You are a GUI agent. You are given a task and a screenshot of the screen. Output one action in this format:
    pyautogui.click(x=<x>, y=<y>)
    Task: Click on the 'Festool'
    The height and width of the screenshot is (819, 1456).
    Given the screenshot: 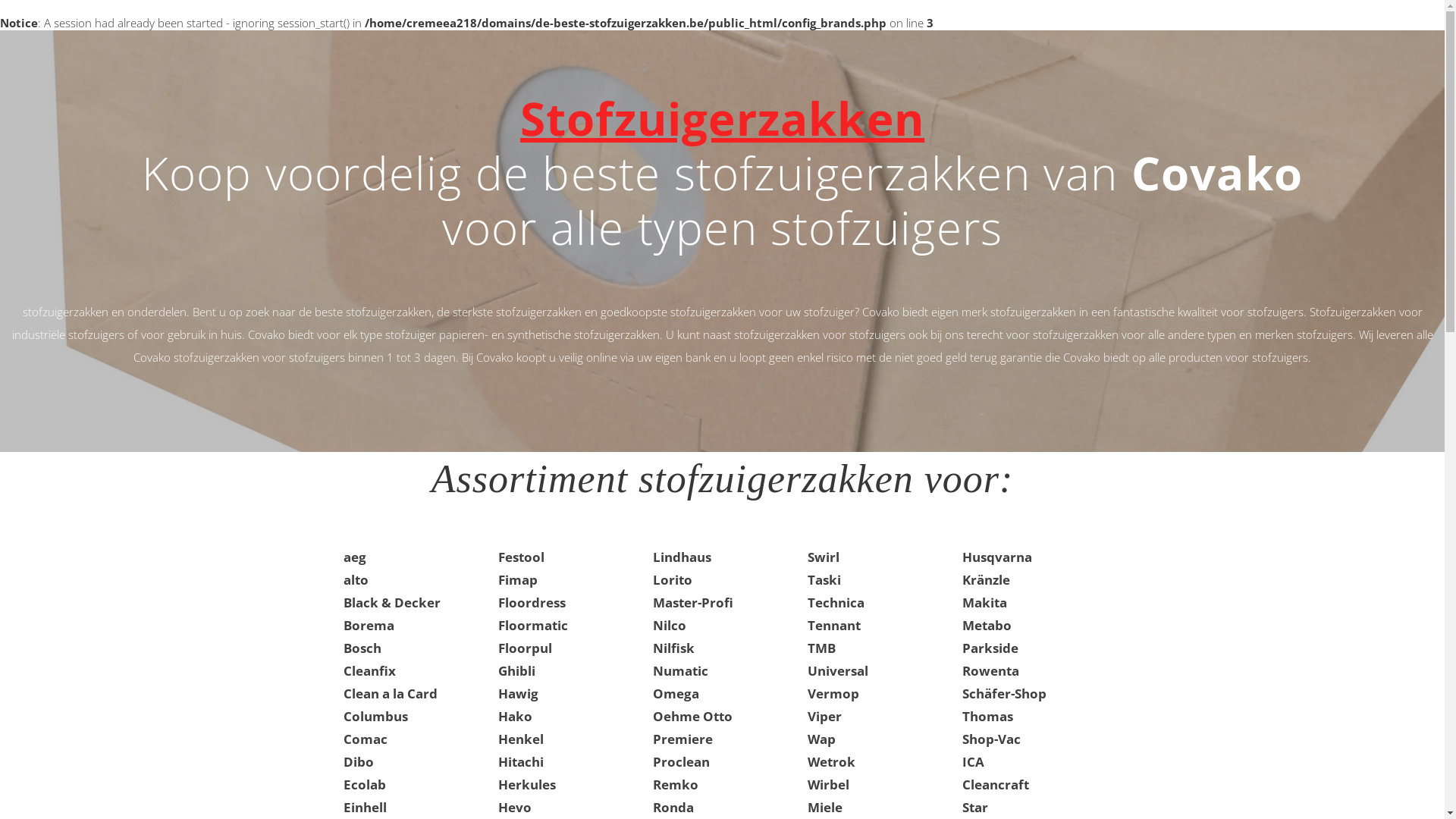 What is the action you would take?
    pyautogui.click(x=520, y=557)
    